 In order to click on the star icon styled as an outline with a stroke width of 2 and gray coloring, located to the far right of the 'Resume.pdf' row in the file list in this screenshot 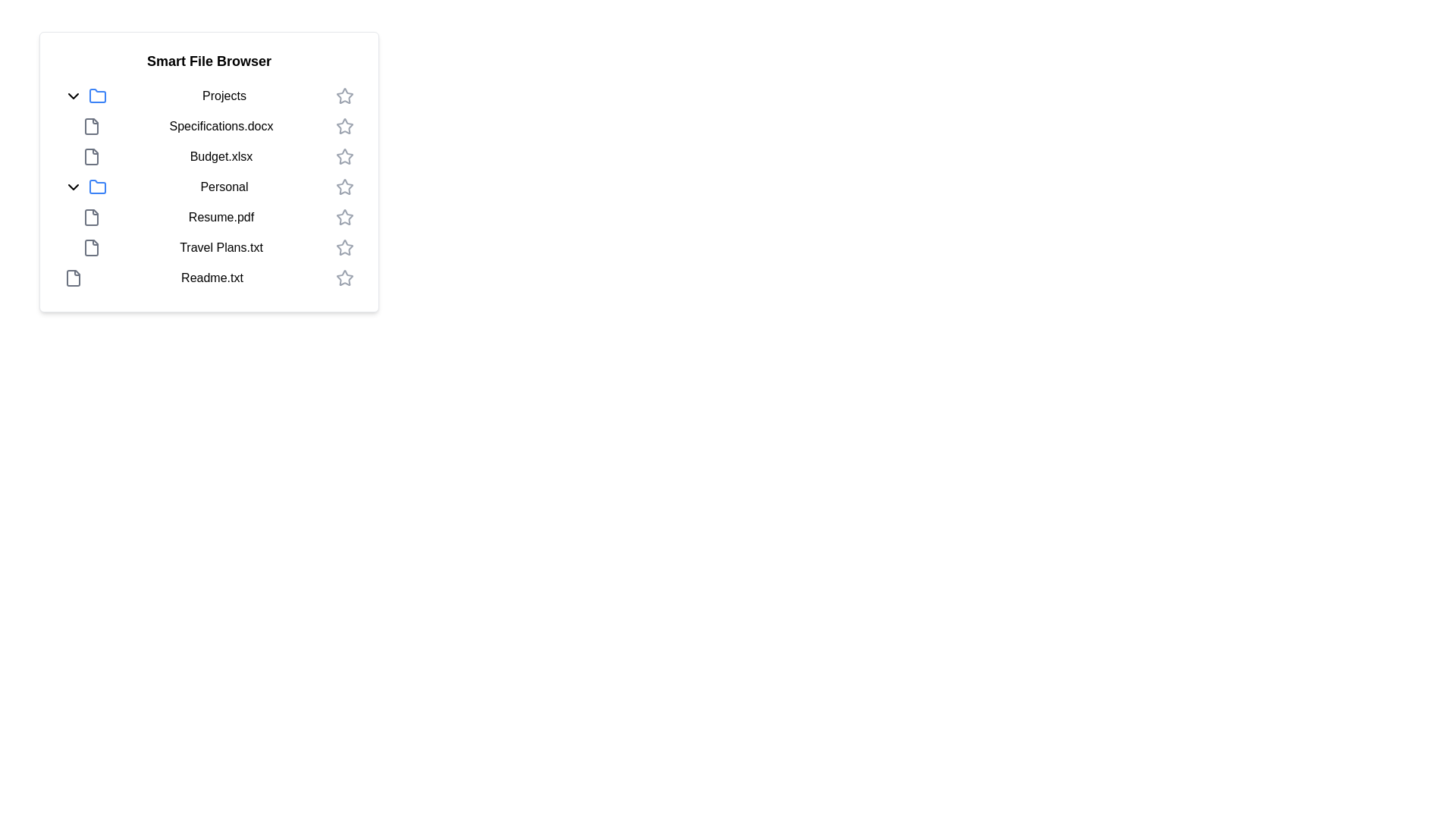, I will do `click(344, 217)`.